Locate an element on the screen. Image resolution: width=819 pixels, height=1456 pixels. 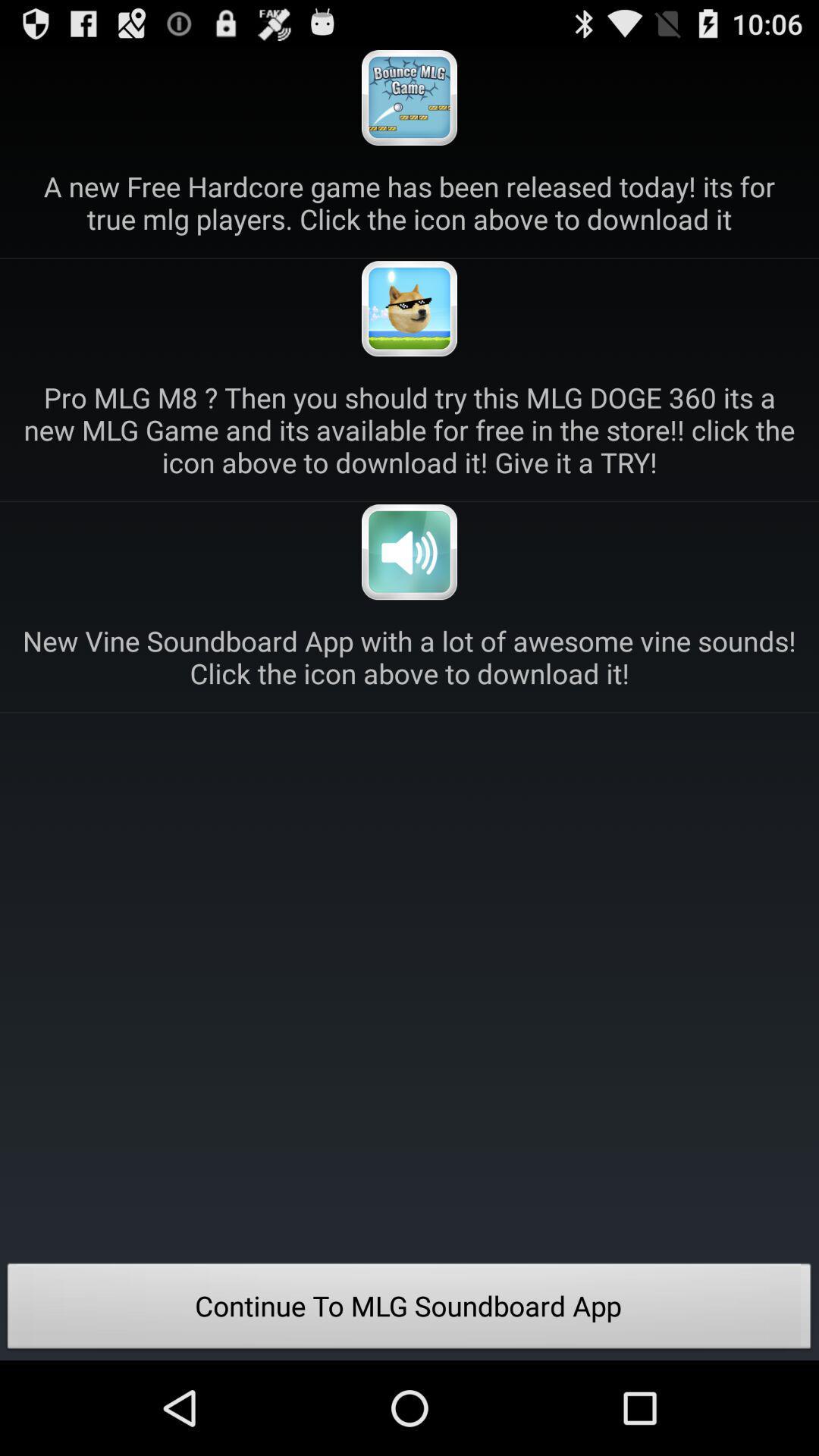
sound app download is located at coordinates (409, 551).